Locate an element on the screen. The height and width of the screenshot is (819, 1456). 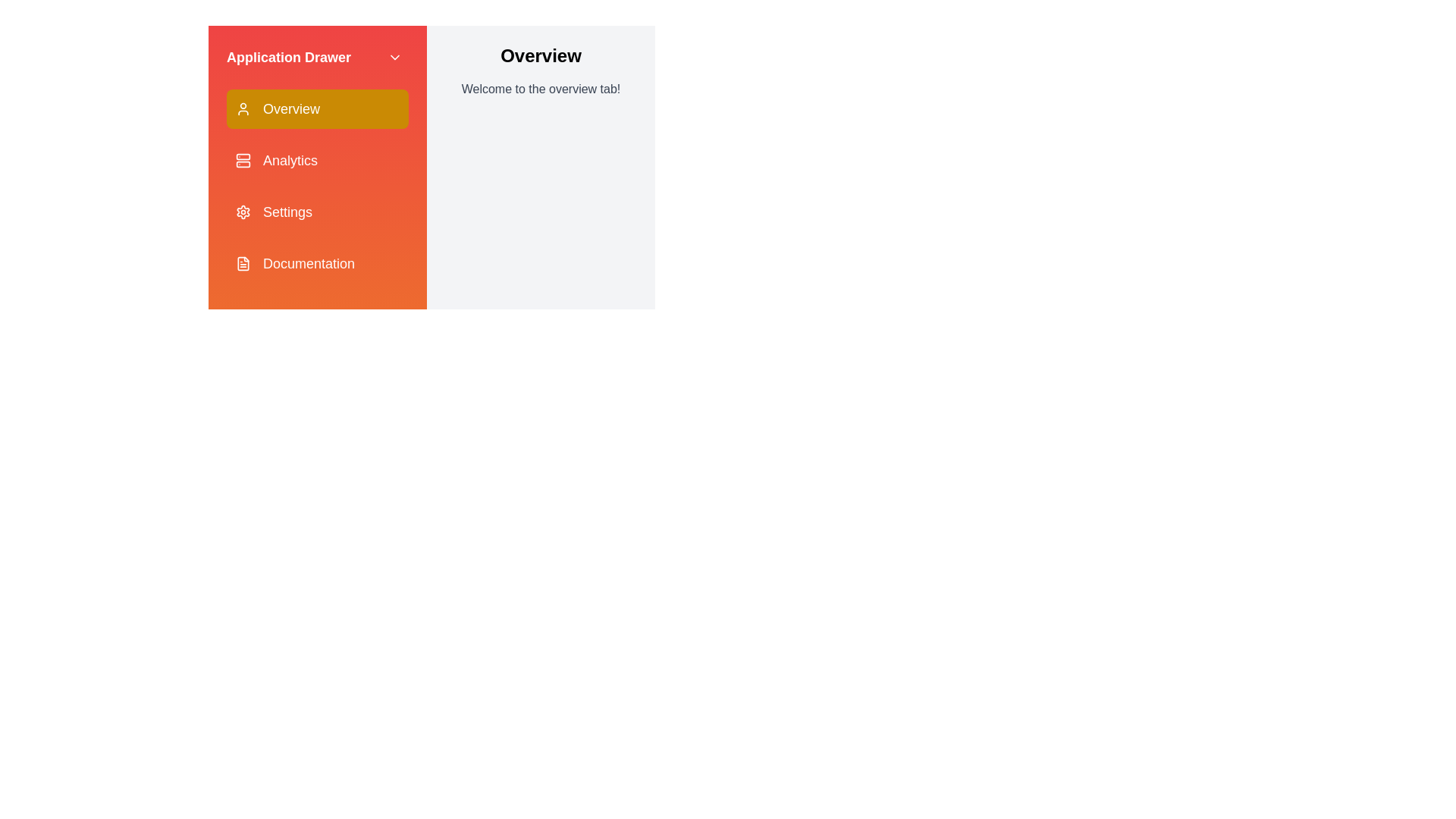
the tab labeled Analytics in the drawer to select it is located at coordinates (316, 161).